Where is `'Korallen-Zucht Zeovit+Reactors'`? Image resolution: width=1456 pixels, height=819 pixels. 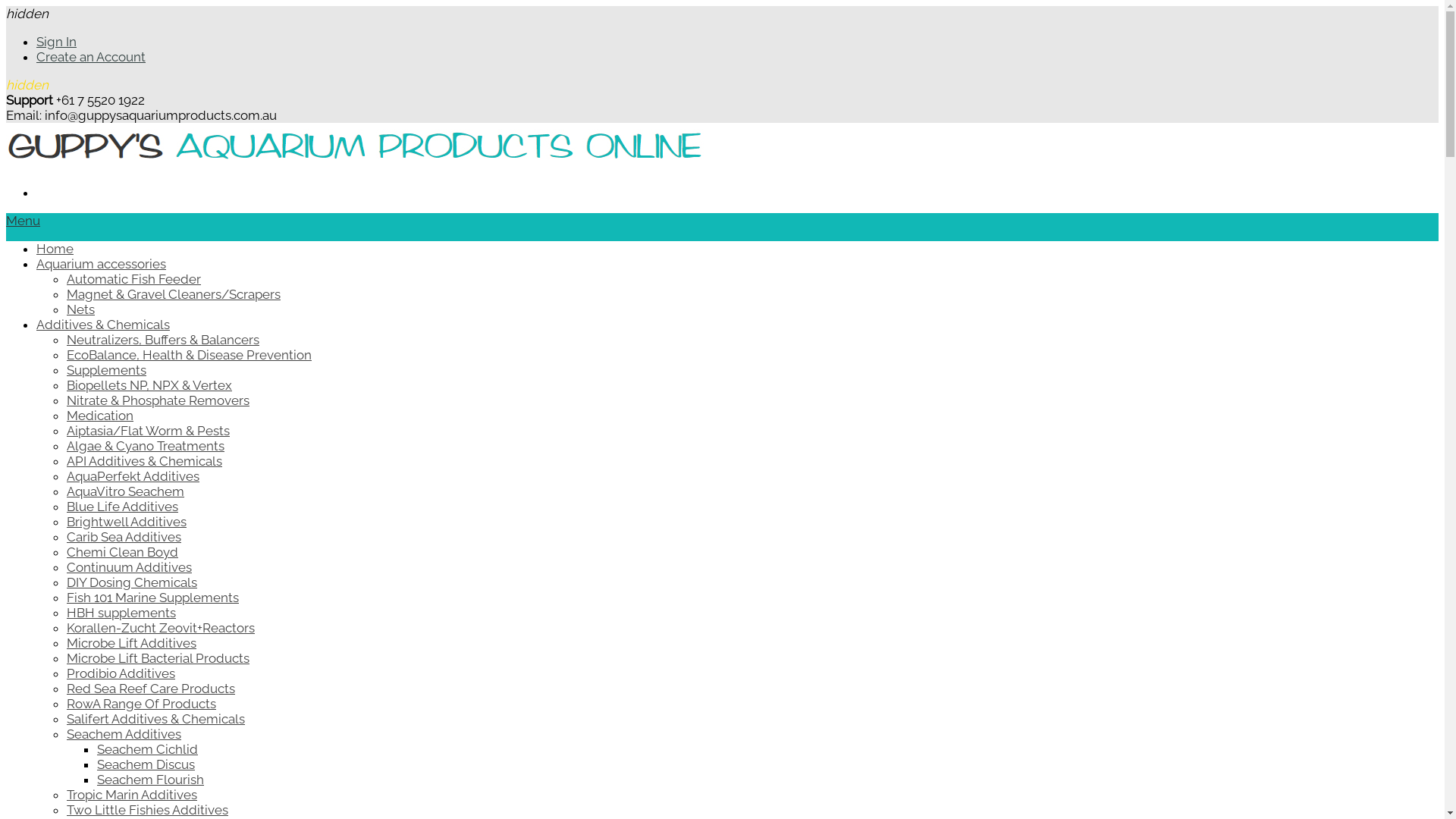
'Korallen-Zucht Zeovit+Reactors' is located at coordinates (160, 628).